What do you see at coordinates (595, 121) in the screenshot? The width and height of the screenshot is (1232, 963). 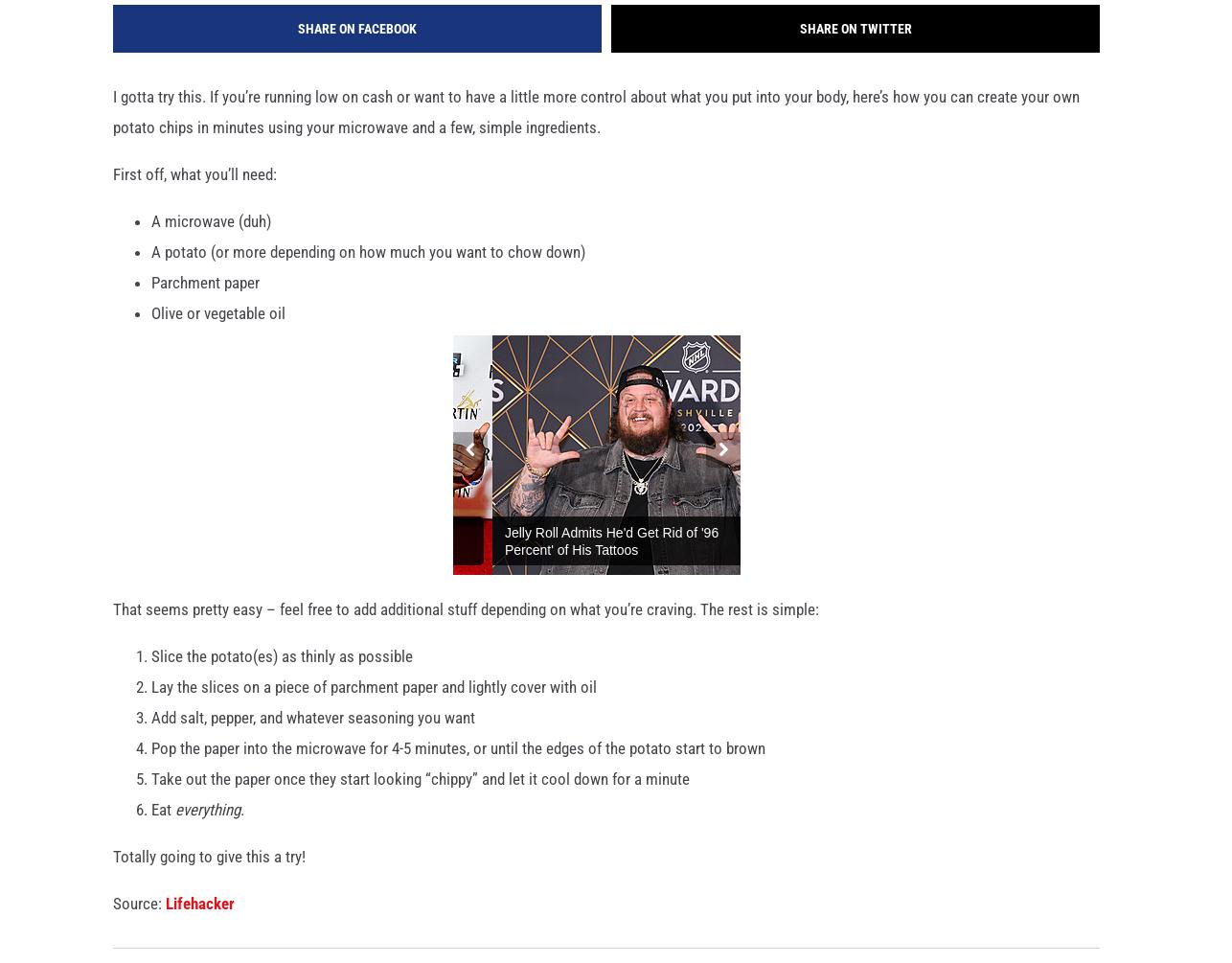 I see `'I gotta try this. If you’re running low on cash or want to have a little more control about what you put into your body, here’s how you can create your own potato chips in minutes using your microwave and a few, simple ingredients.'` at bounding box center [595, 121].